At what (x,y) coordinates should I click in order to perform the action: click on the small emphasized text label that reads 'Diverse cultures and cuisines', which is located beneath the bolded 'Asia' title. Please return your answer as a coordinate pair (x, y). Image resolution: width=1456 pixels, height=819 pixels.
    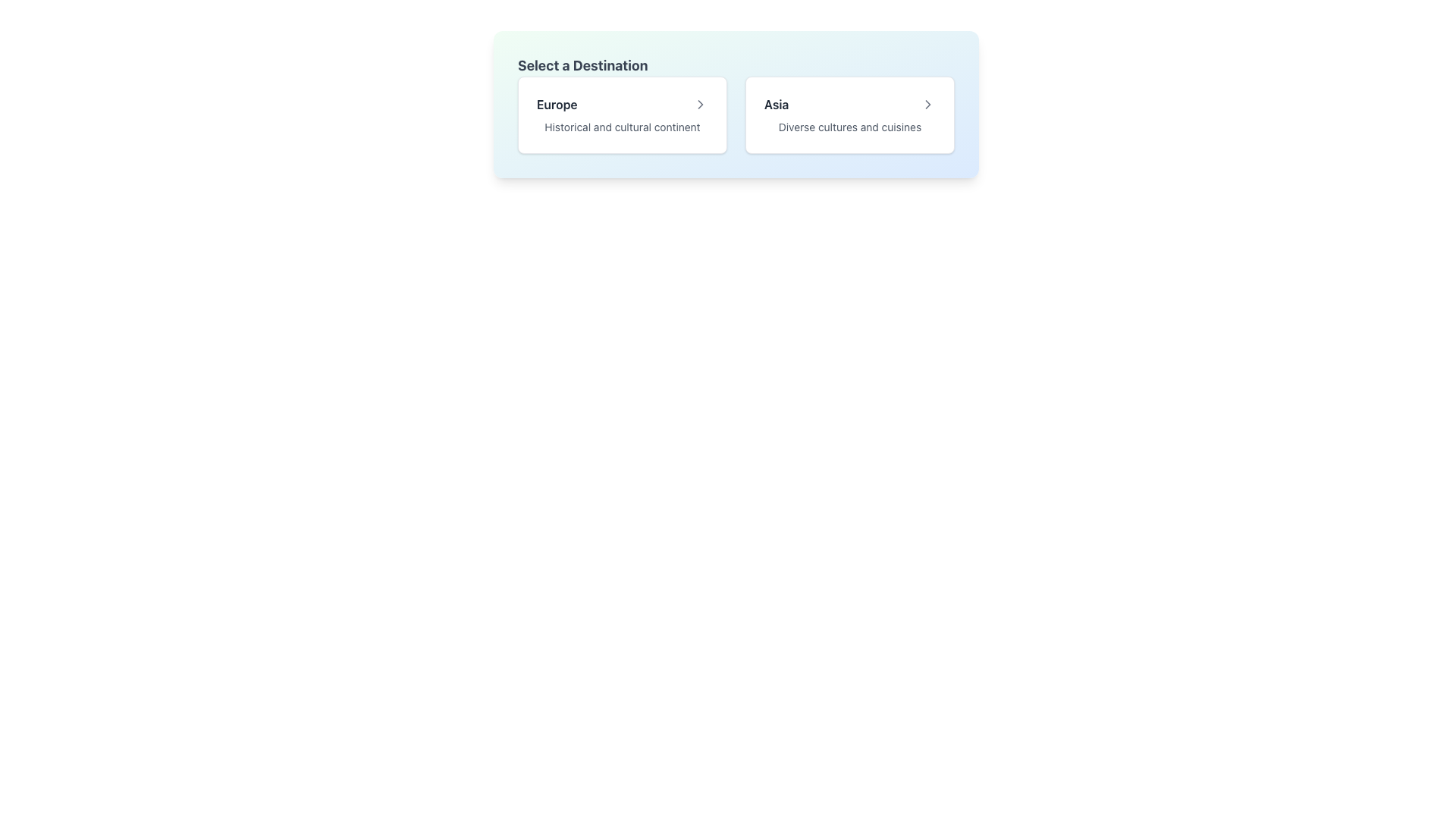
    Looking at the image, I should click on (850, 127).